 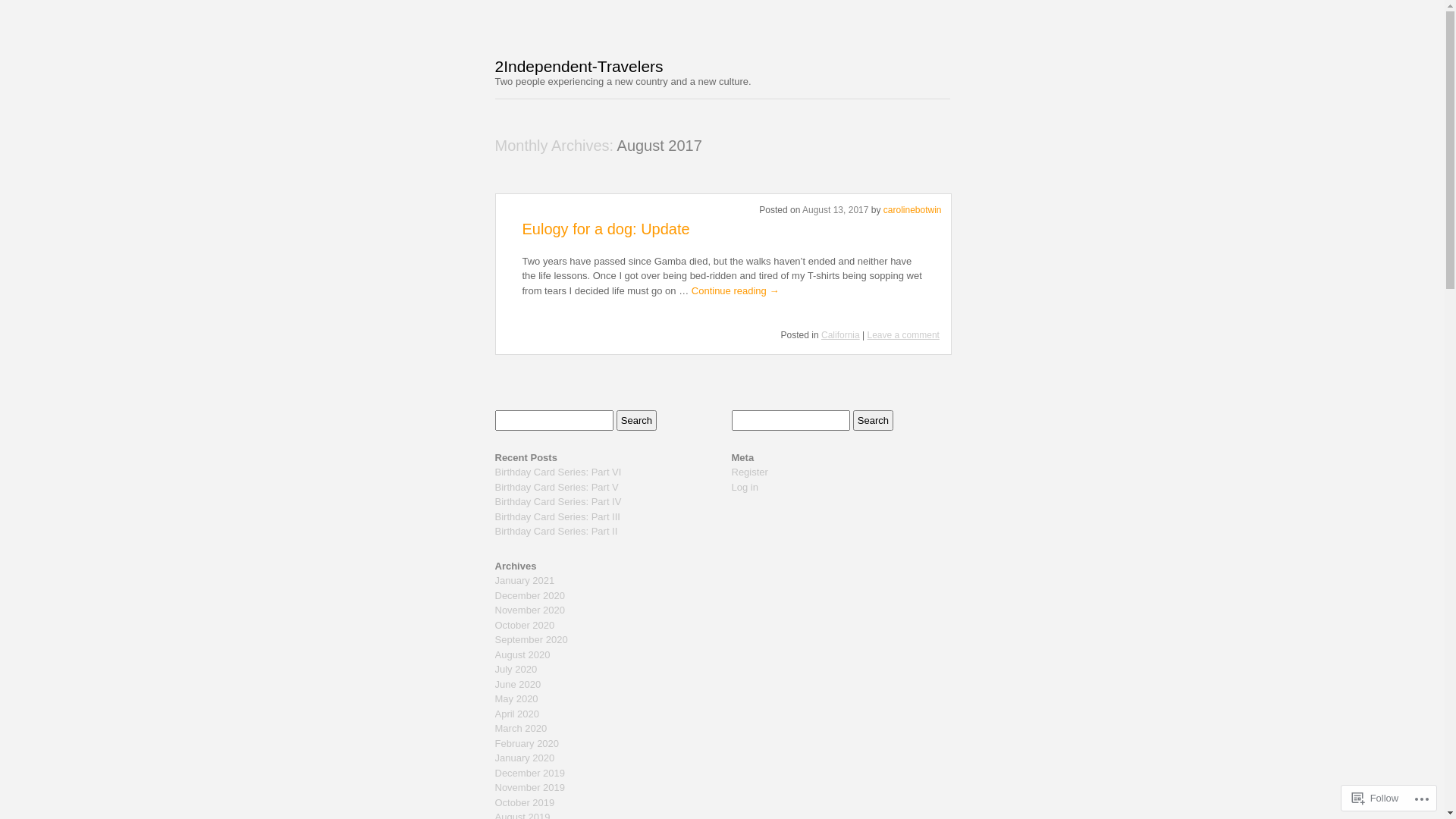 What do you see at coordinates (494, 742) in the screenshot?
I see `'February 2020'` at bounding box center [494, 742].